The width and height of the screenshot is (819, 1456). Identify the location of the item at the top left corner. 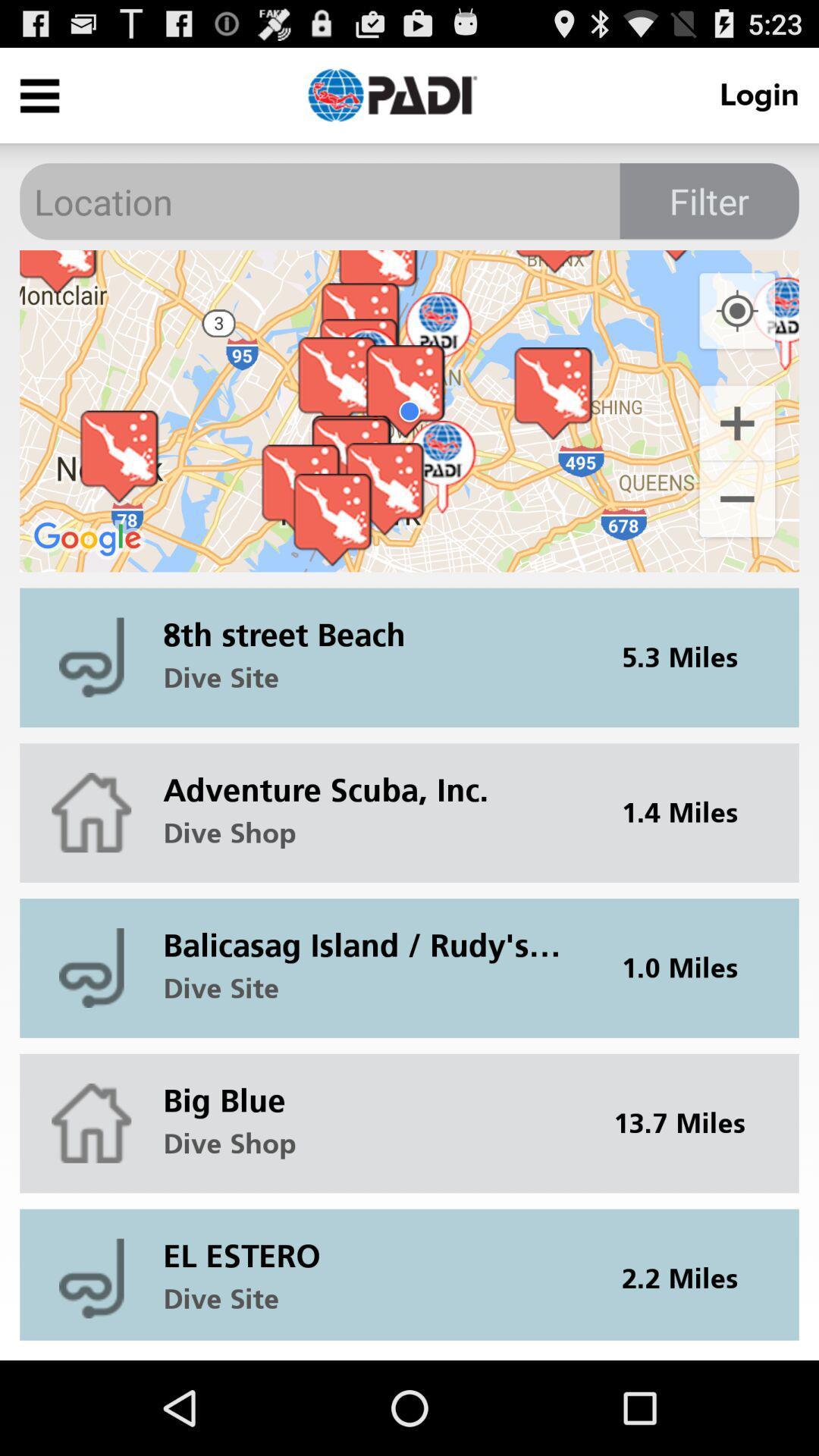
(39, 94).